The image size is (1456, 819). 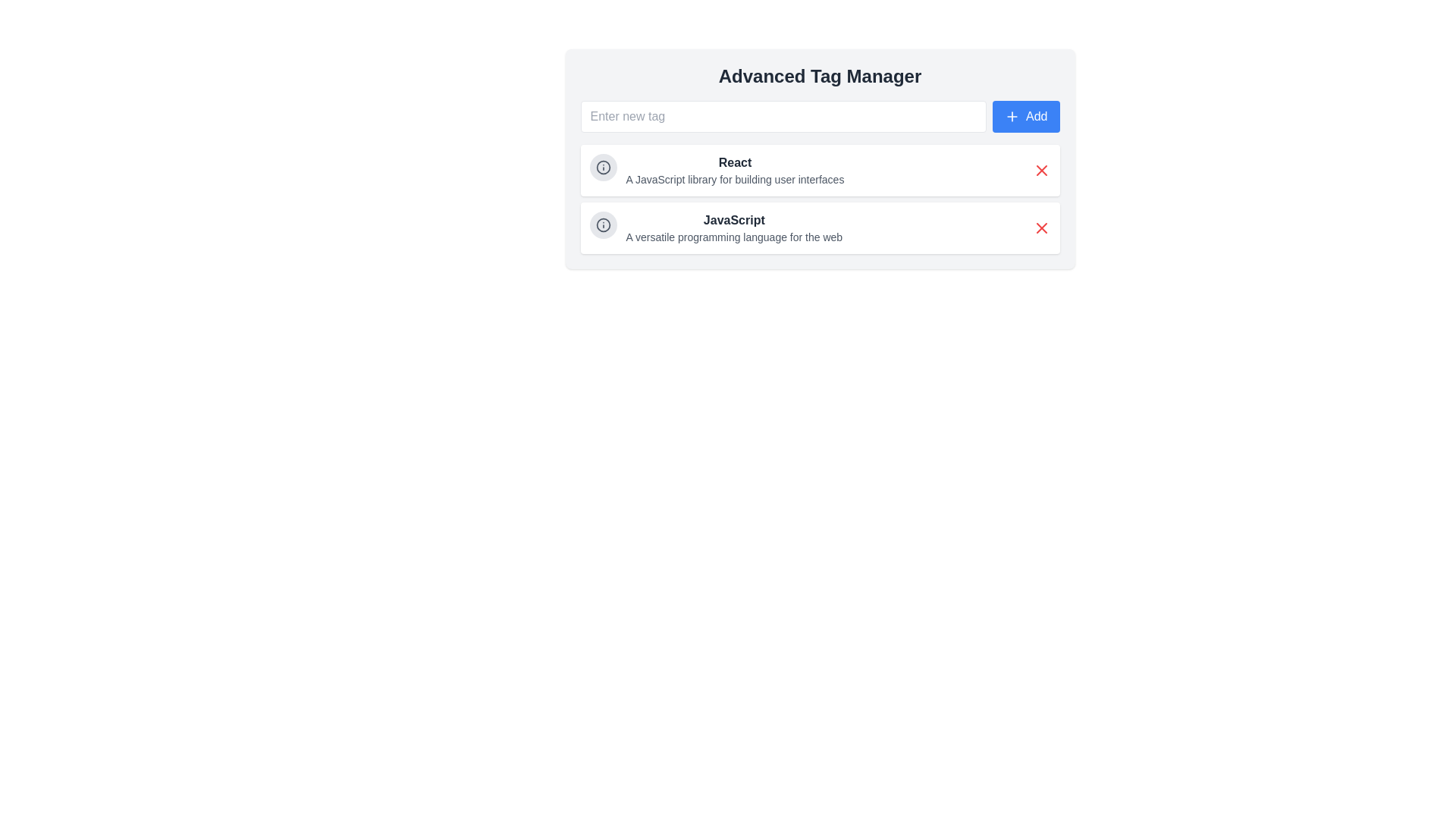 I want to click on the static text reading 'A JavaScript library for building user interfaces', which is styled in a small gray font and positioned directly beneath the bold 'React' text, so click(x=735, y=178).